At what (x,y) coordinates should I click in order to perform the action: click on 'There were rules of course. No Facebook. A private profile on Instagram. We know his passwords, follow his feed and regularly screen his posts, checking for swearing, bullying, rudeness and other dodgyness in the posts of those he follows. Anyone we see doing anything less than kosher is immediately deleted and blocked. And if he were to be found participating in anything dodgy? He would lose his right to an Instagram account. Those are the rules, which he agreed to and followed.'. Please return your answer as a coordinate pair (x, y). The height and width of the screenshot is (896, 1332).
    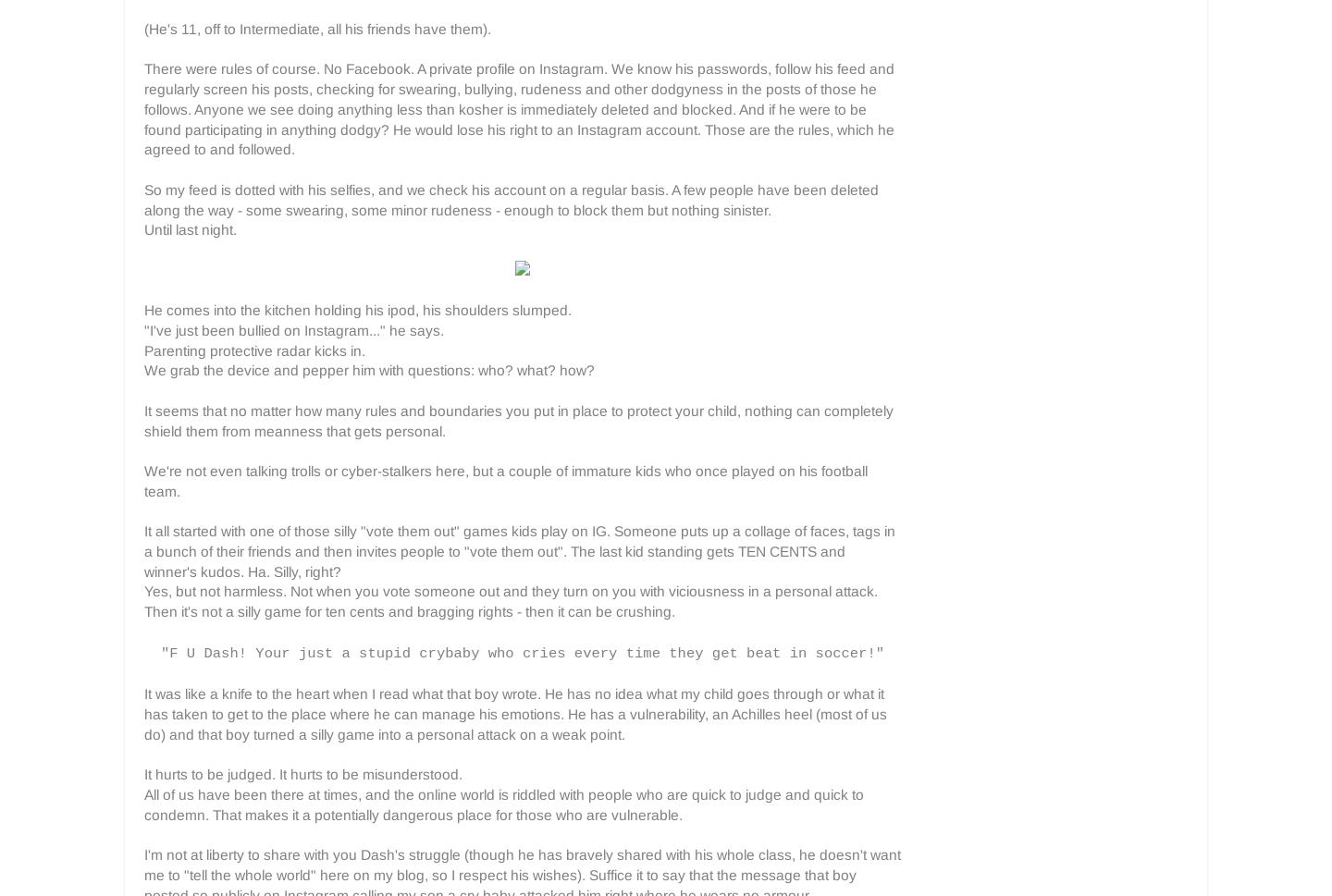
    Looking at the image, I should click on (519, 109).